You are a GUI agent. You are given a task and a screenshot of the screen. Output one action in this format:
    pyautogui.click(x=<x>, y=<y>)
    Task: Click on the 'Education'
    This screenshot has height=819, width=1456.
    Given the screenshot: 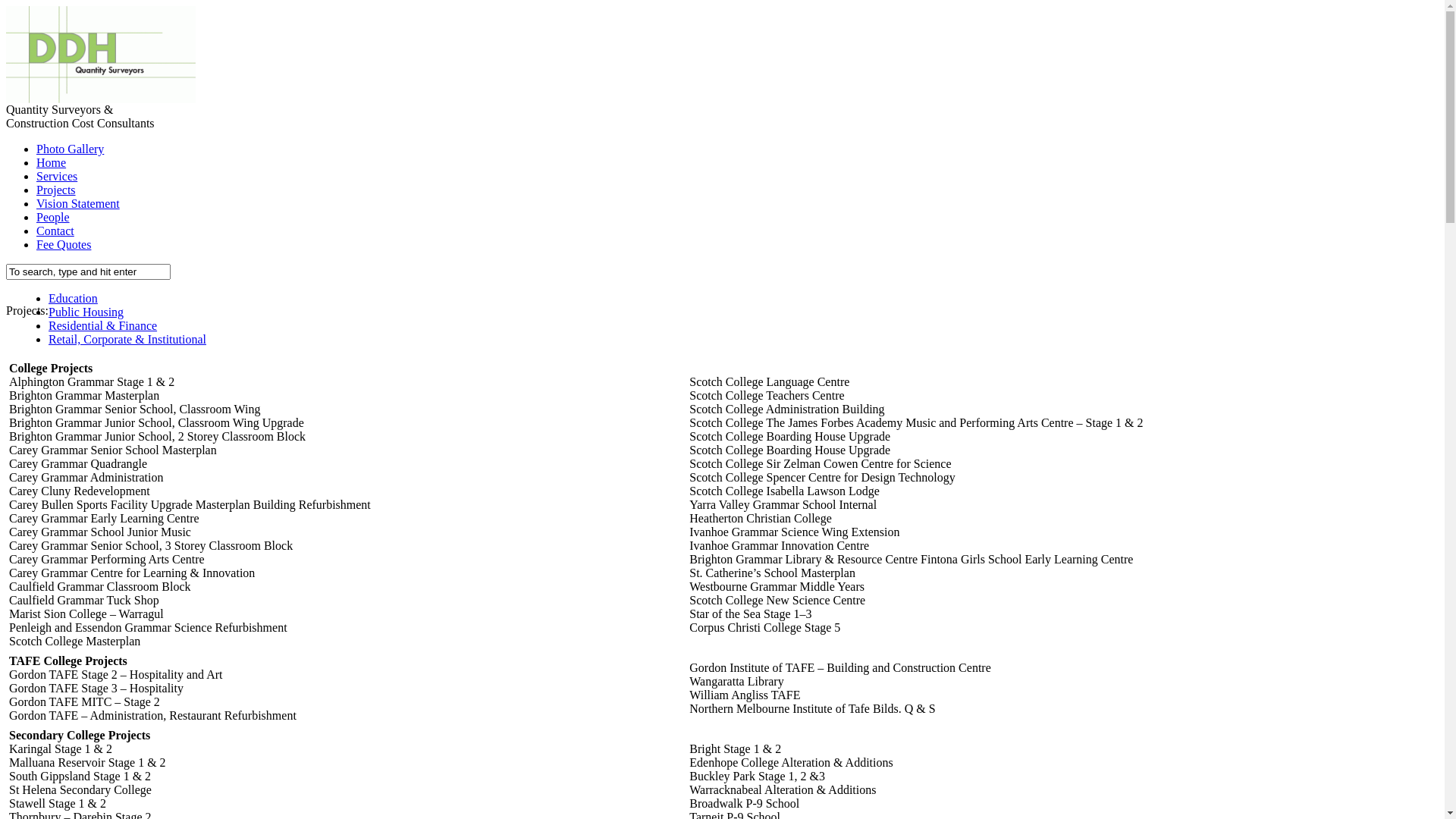 What is the action you would take?
    pyautogui.click(x=48, y=298)
    